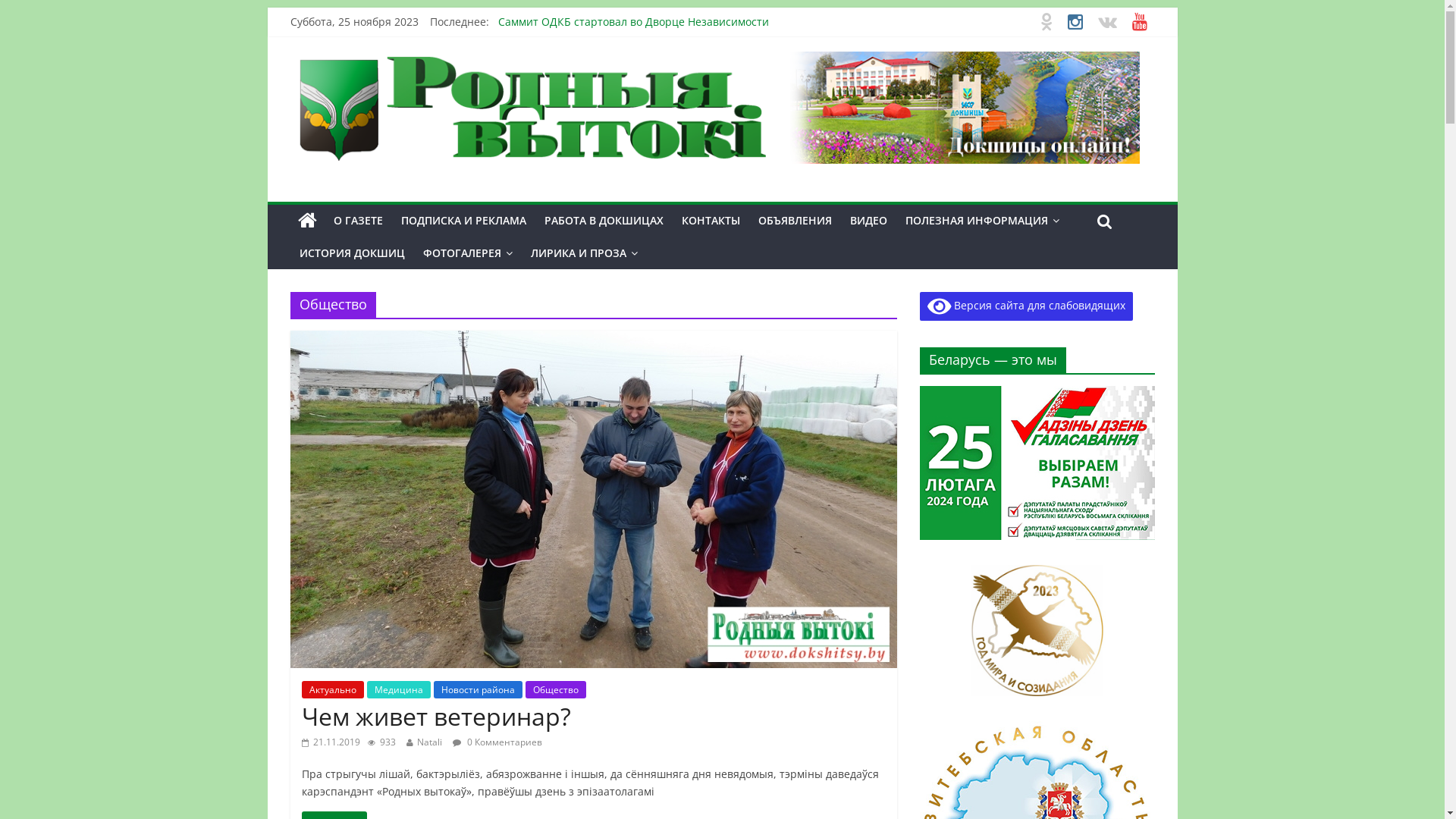  Describe the element at coordinates (367, 741) in the screenshot. I see `'933'` at that location.